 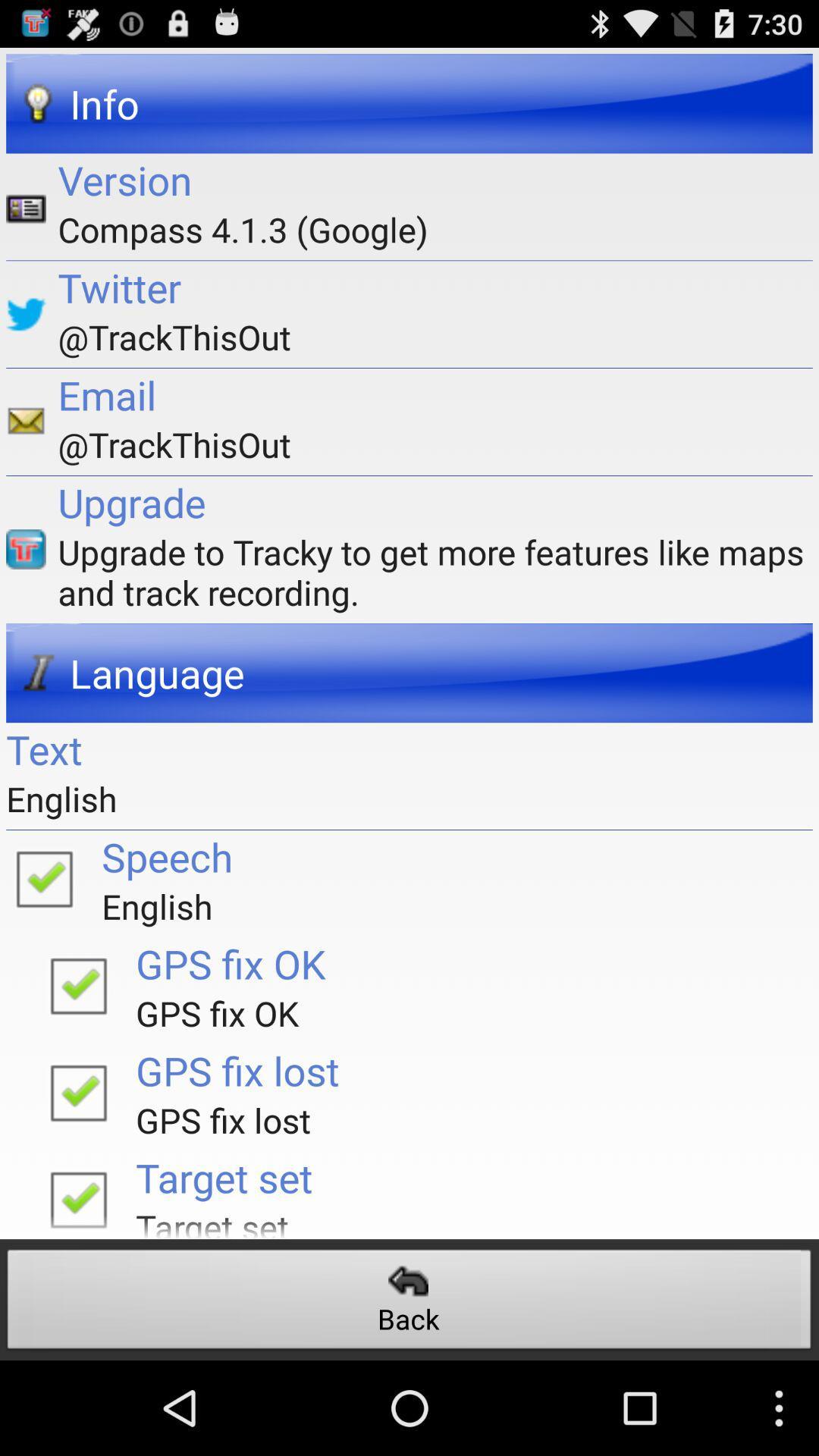 I want to click on speech option, so click(x=43, y=877).